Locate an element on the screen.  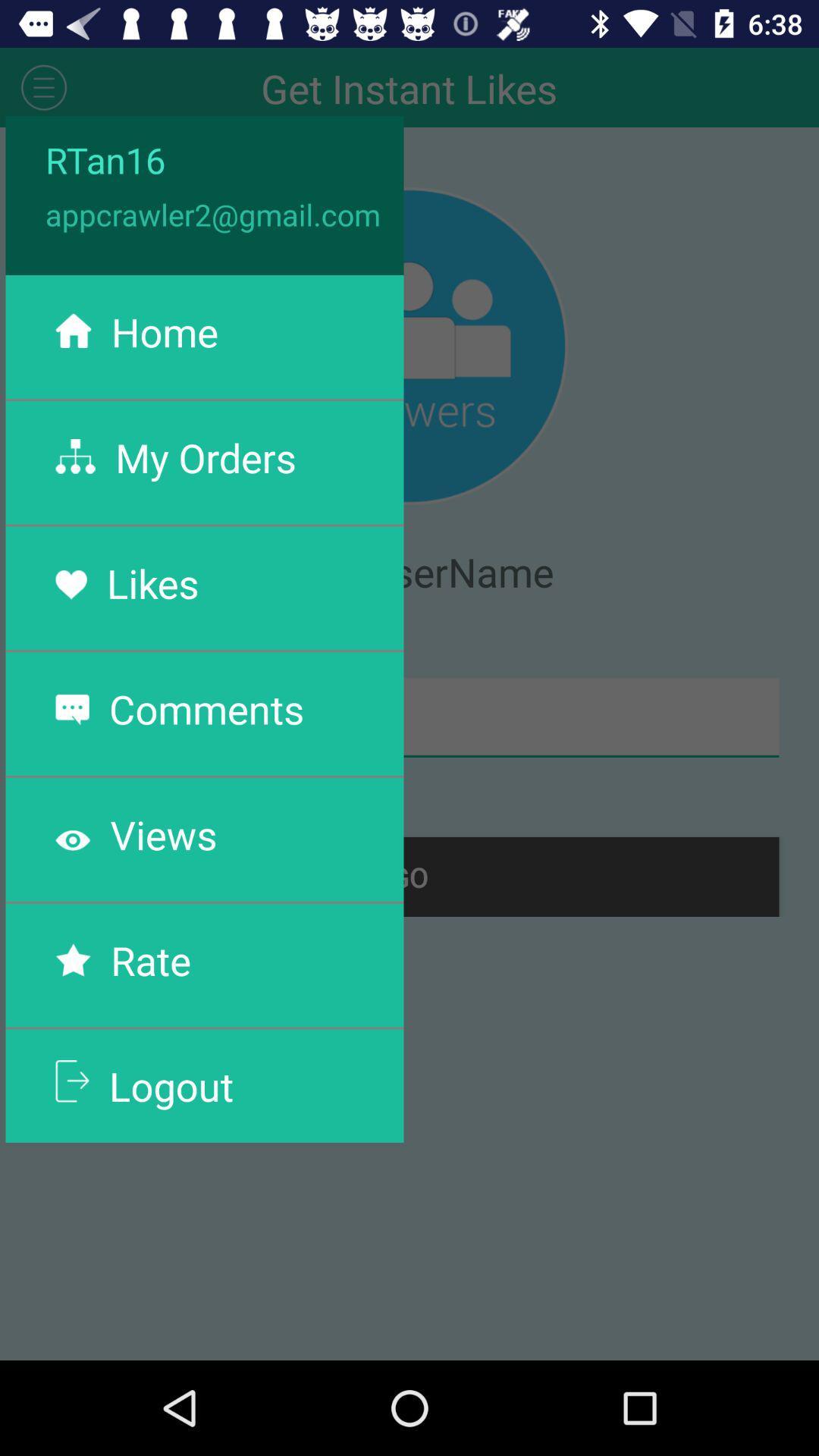
the comments app is located at coordinates (206, 708).